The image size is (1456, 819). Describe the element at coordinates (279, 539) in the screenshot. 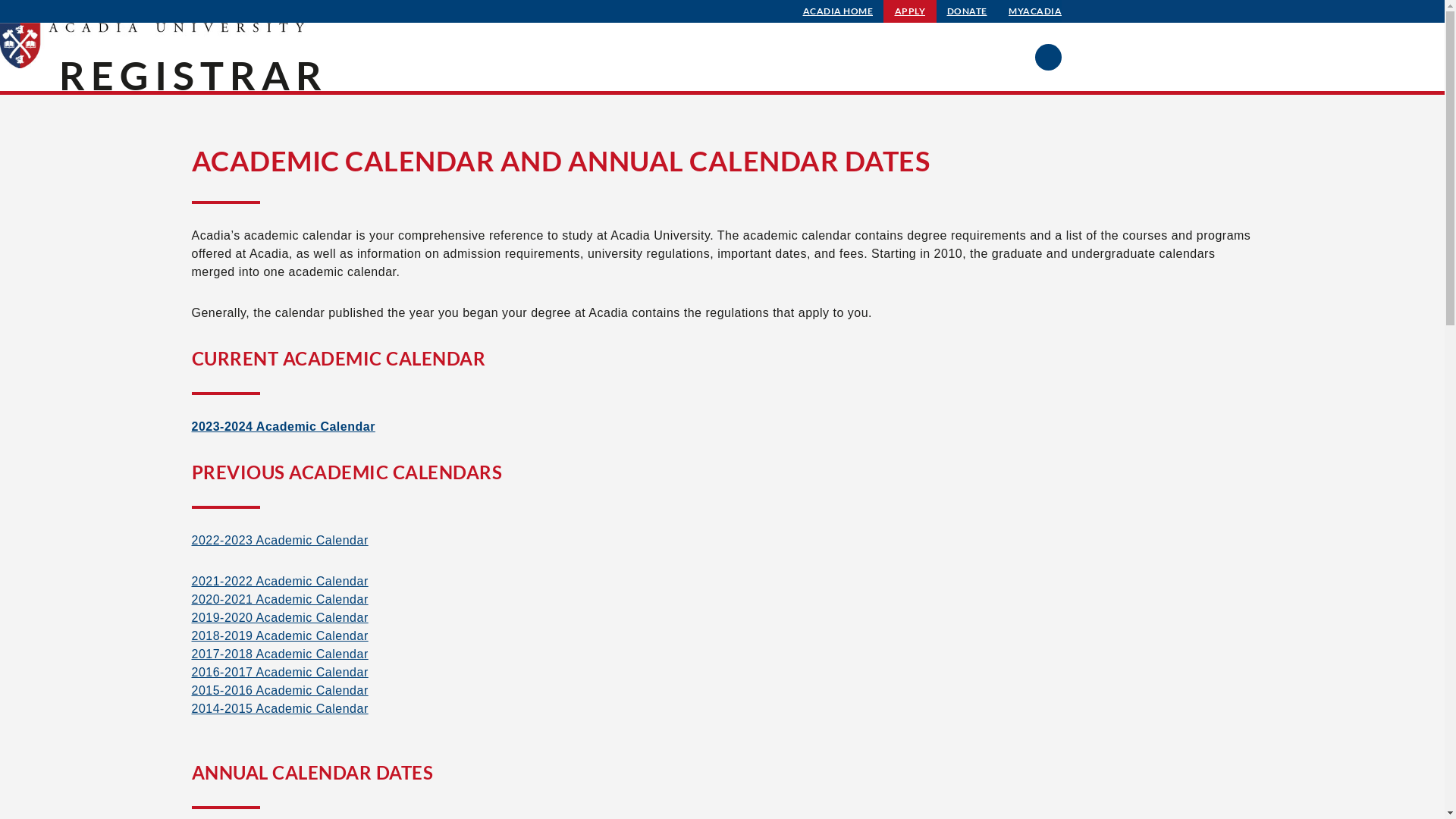

I see `'2022-2023 Academic Calendar'` at that location.